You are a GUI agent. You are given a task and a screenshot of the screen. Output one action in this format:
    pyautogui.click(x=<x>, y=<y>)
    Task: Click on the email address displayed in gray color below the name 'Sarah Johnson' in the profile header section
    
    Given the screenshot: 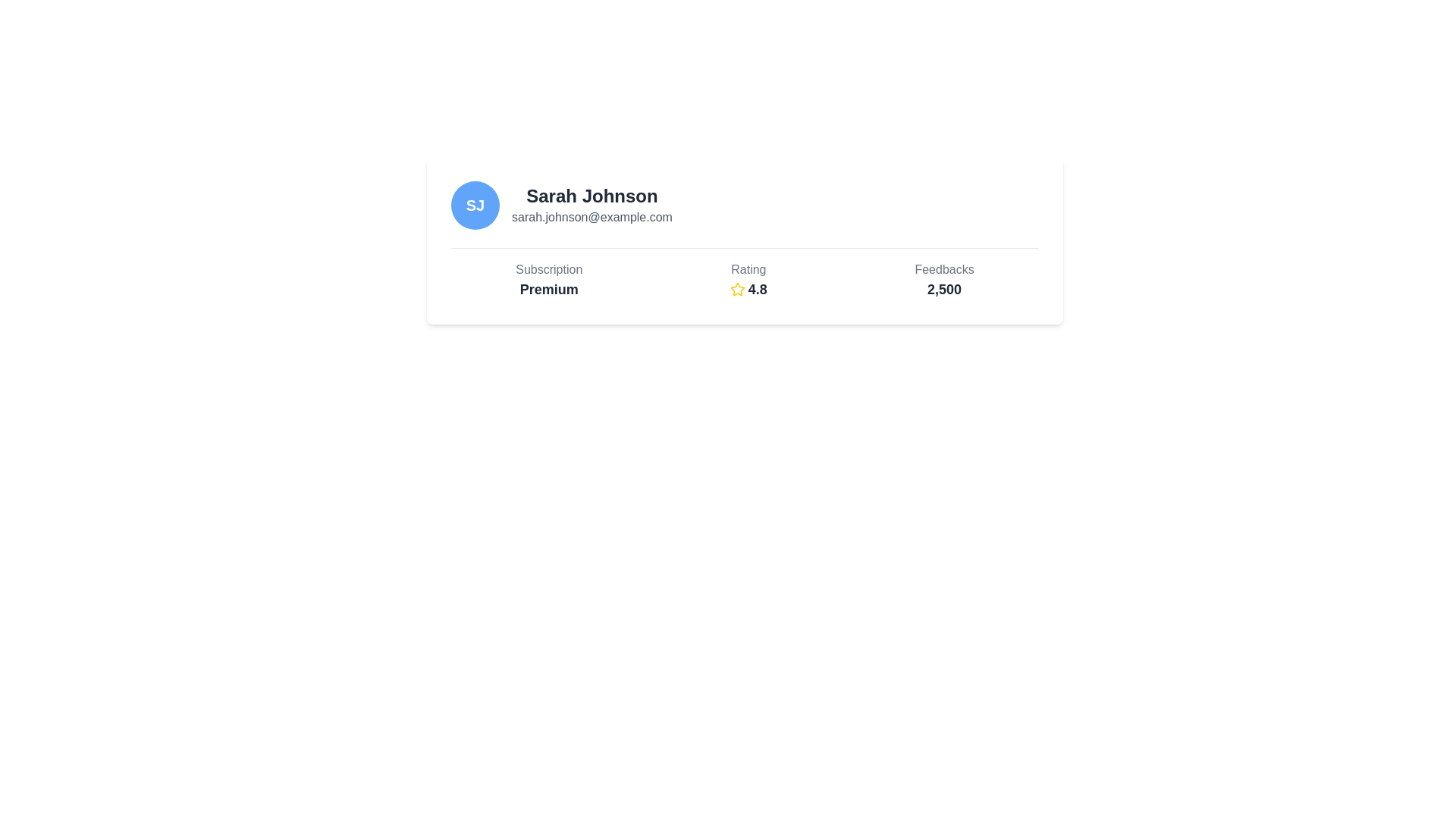 What is the action you would take?
    pyautogui.click(x=591, y=217)
    